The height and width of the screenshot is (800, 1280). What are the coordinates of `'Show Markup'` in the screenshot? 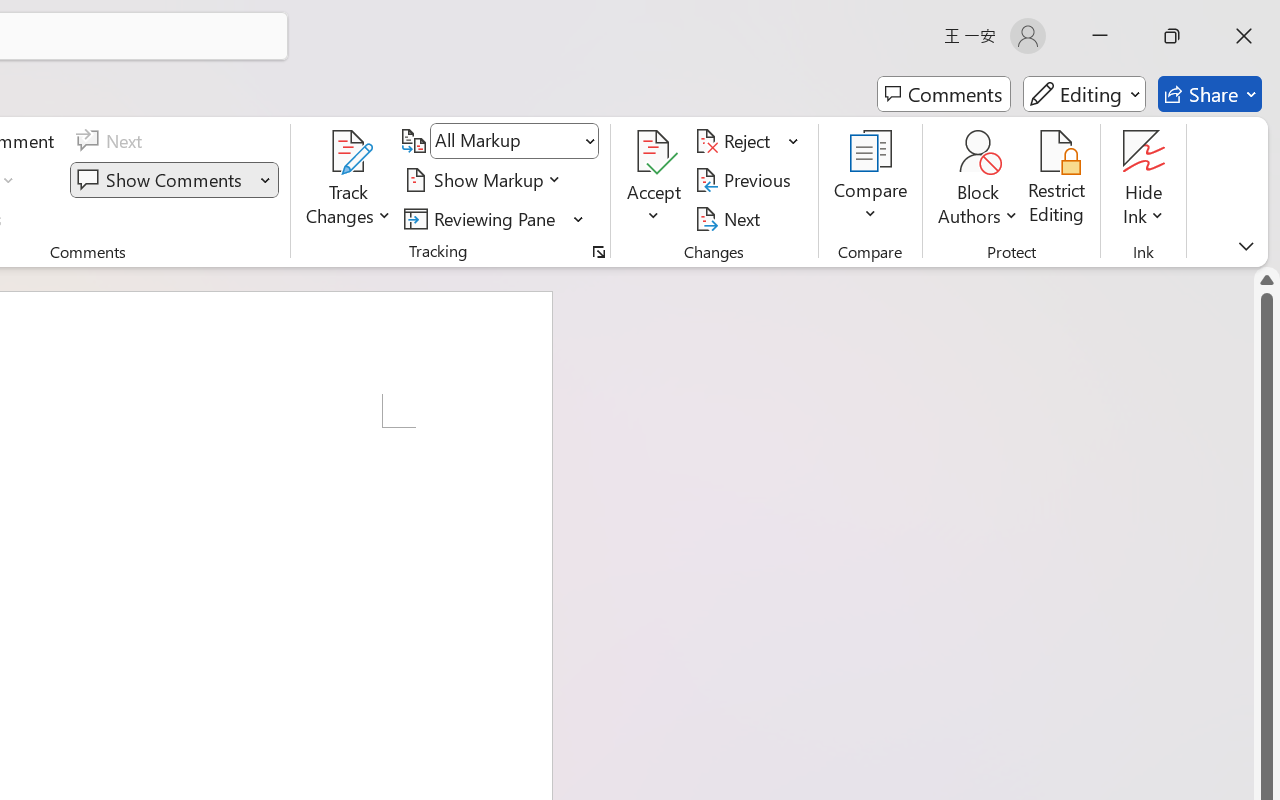 It's located at (485, 179).